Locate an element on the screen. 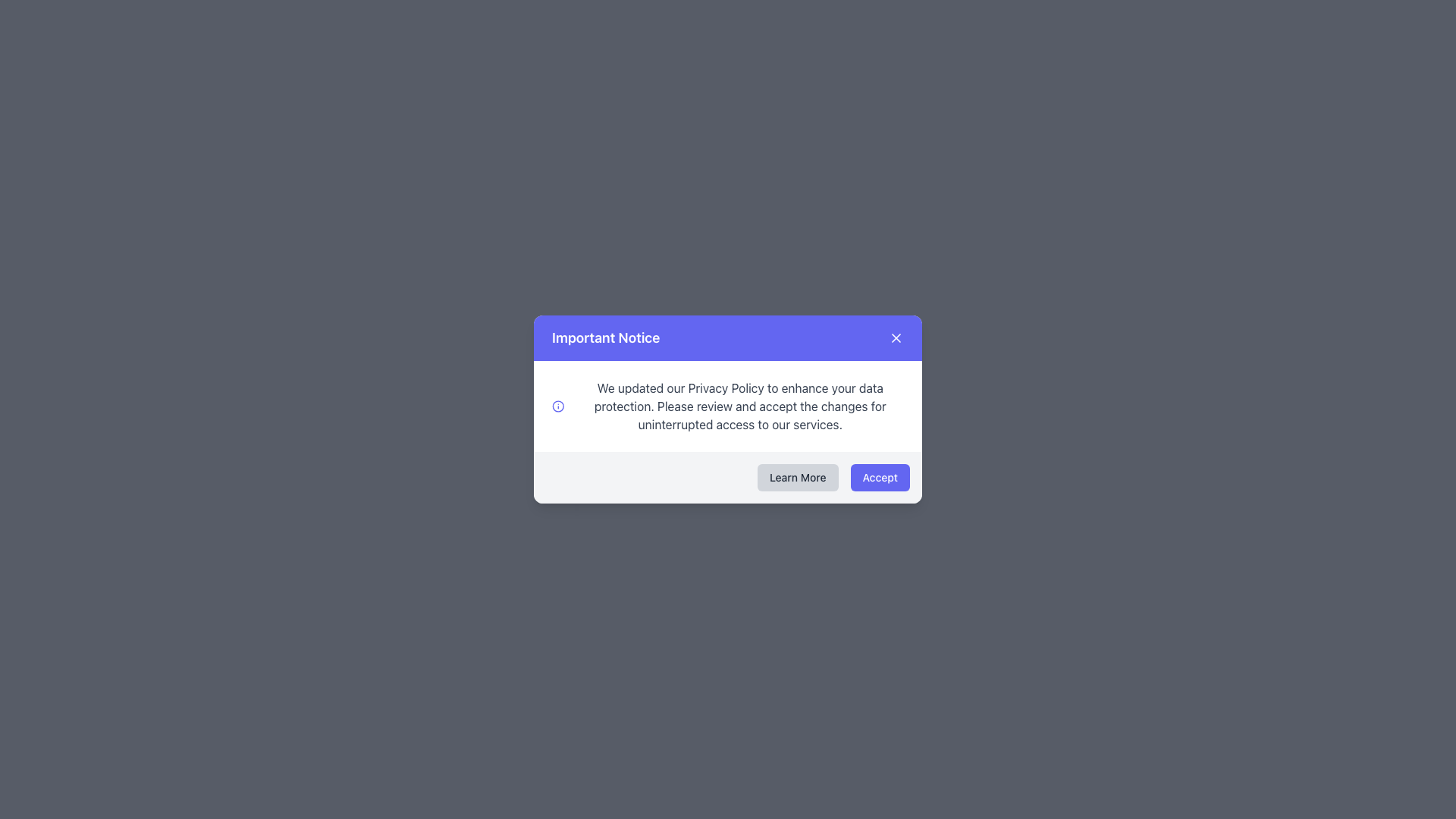  the close button represented by a small 'x' icon located at the top right corner of the 'Important Notice' notification box is located at coordinates (896, 337).